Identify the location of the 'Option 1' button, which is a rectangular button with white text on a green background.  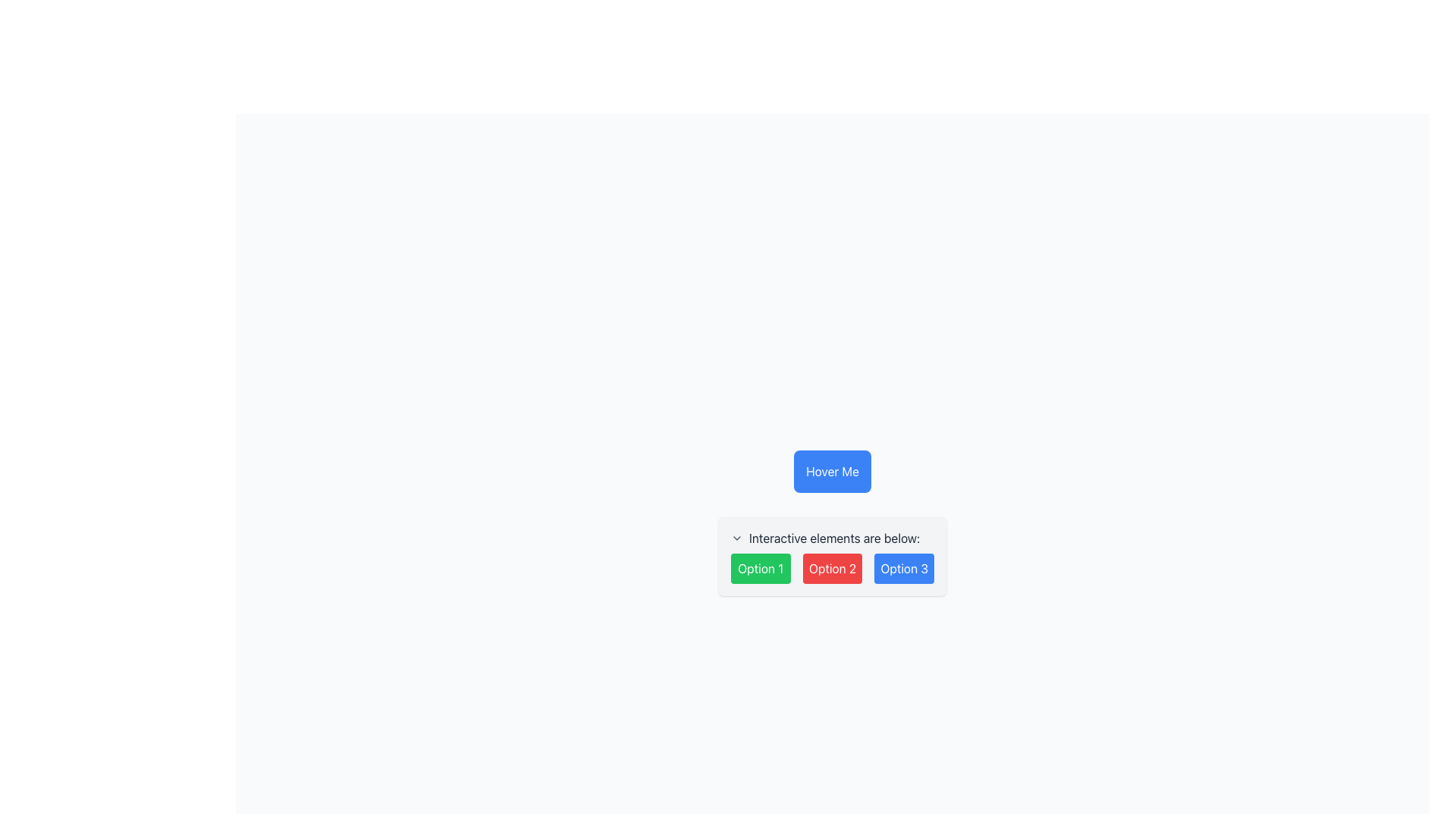
(761, 568).